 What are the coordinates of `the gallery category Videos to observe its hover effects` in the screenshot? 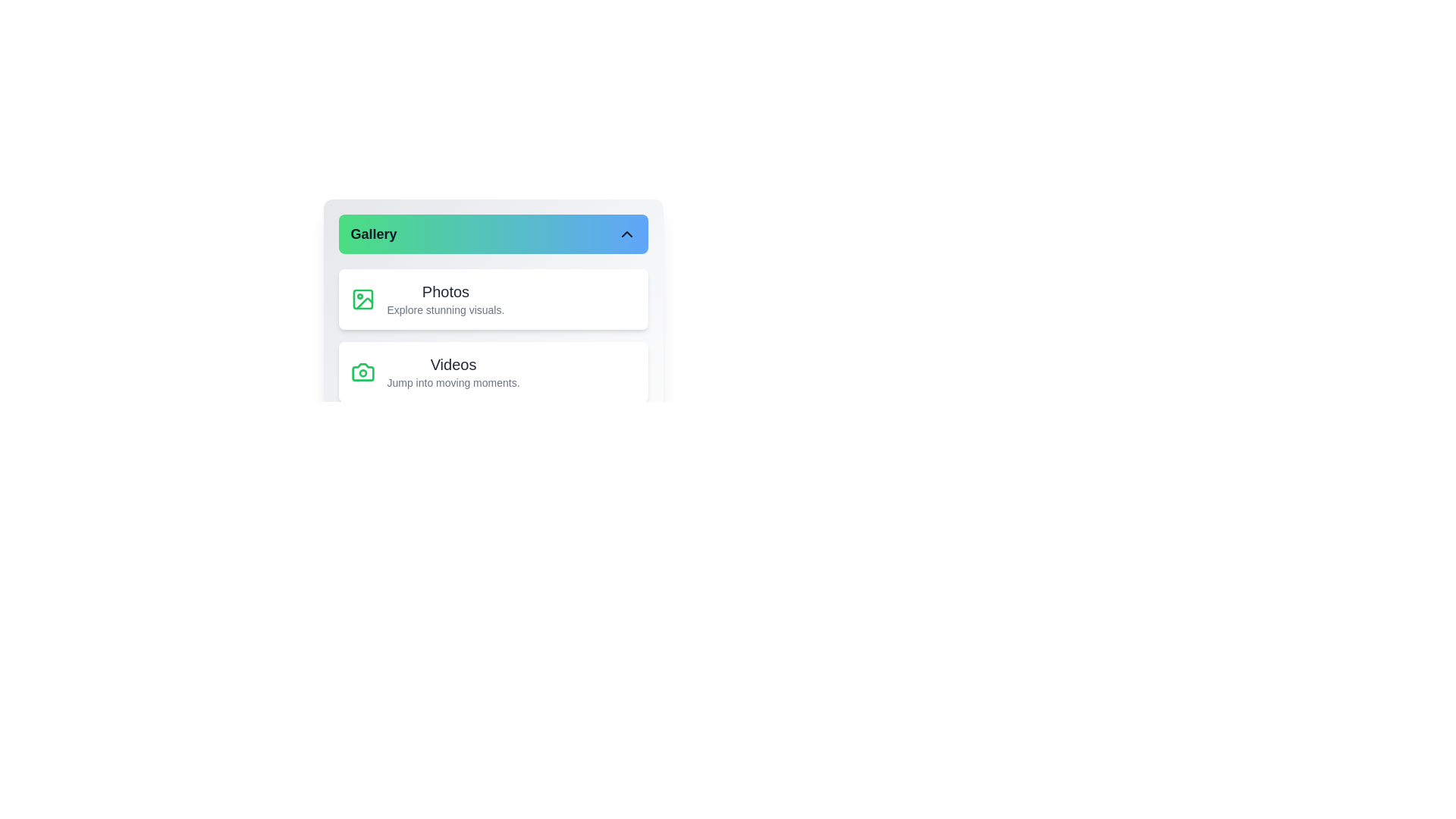 It's located at (493, 372).